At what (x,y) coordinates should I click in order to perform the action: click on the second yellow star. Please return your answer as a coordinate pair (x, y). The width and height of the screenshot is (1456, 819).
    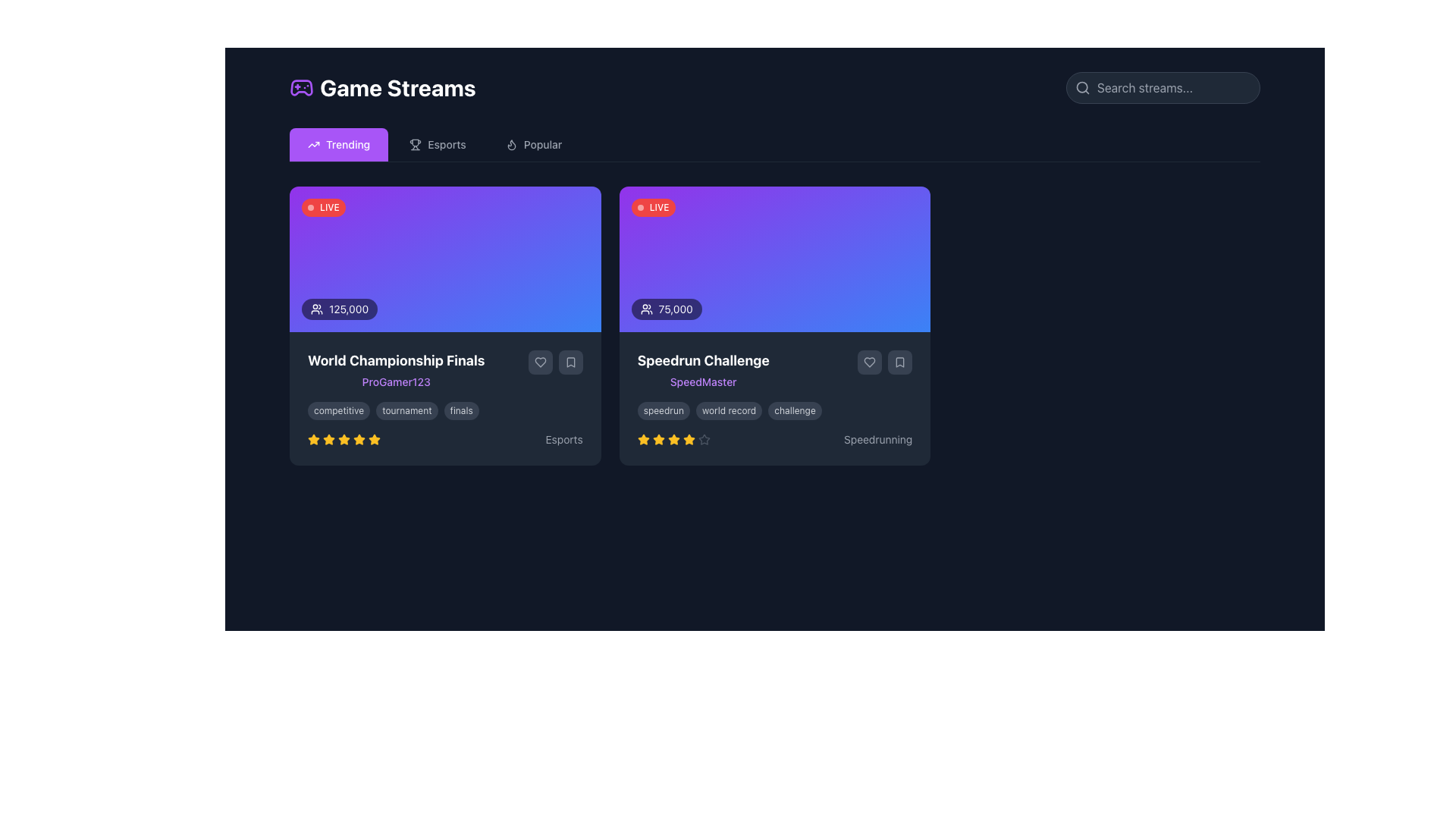
    Looking at the image, I should click on (673, 439).